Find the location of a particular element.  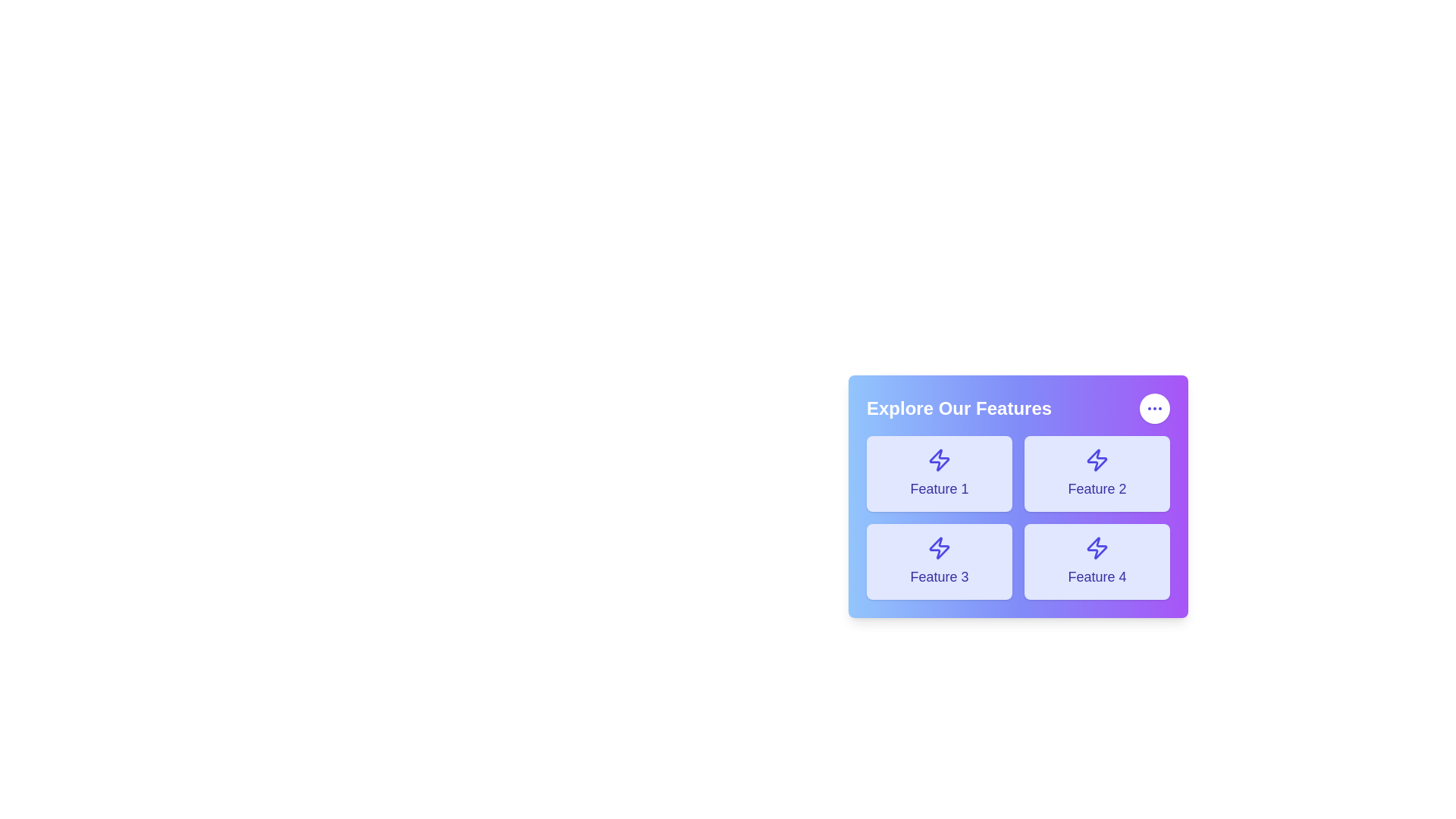

the button located in the top-right corner next to the title 'Explore Our Features' to observe any hover effects is located at coordinates (1153, 408).